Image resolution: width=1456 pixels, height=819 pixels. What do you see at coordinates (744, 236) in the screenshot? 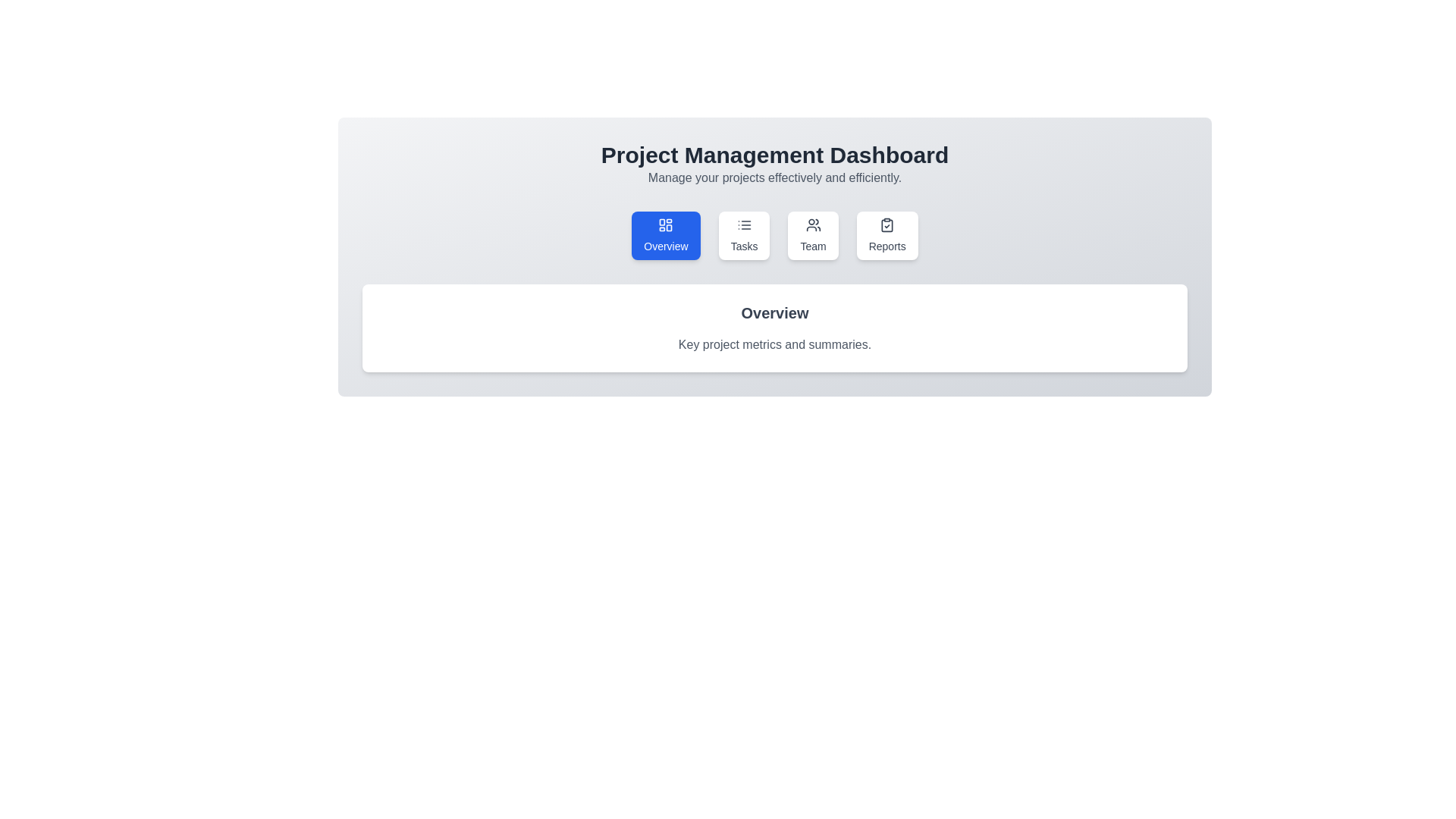
I see `the tab labeled Tasks to view its content` at bounding box center [744, 236].